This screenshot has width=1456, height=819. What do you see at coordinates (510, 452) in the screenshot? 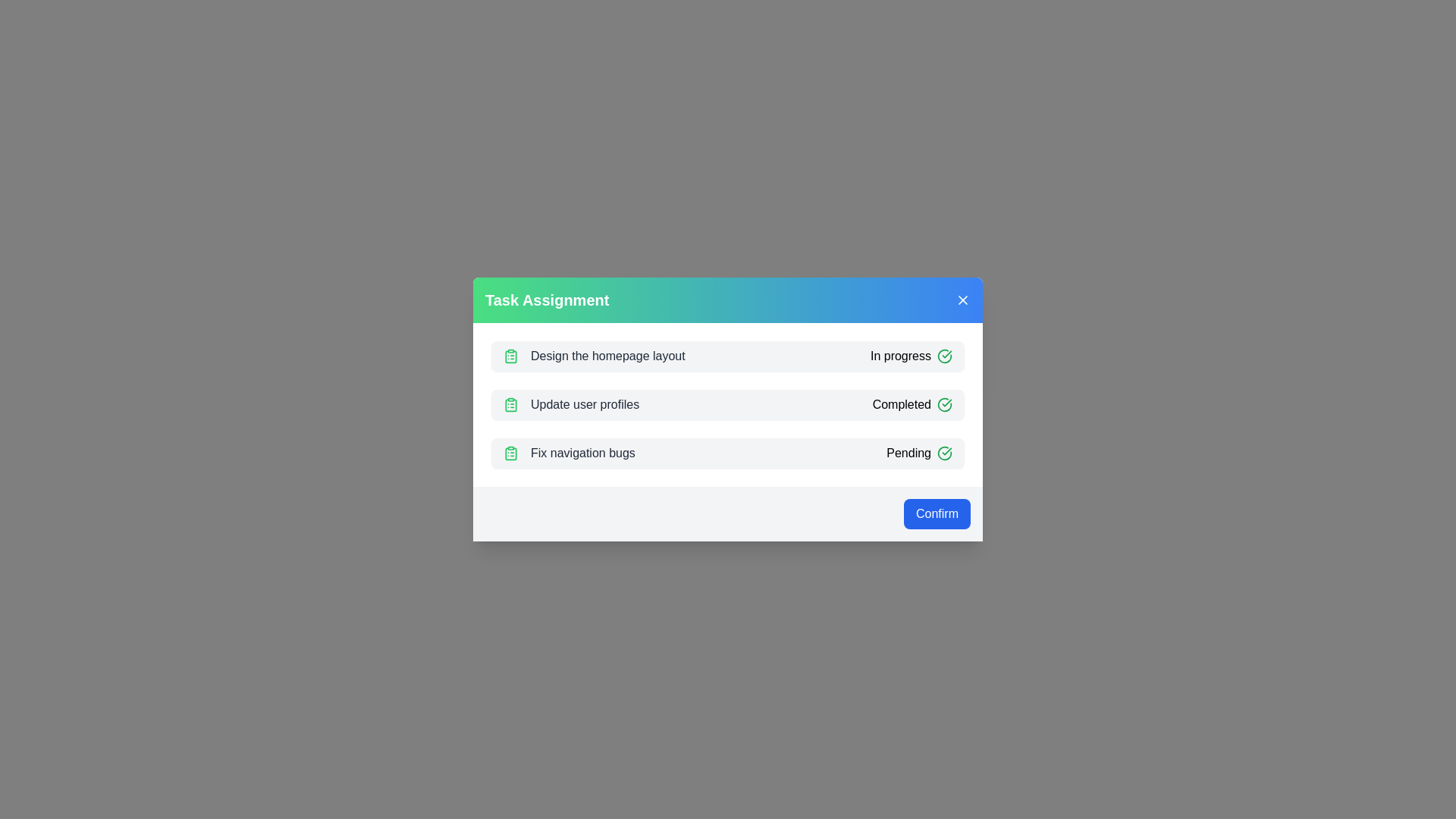
I see `the green clipboard list icon located next to the task description 'Fix navigation bugs.'` at bounding box center [510, 452].